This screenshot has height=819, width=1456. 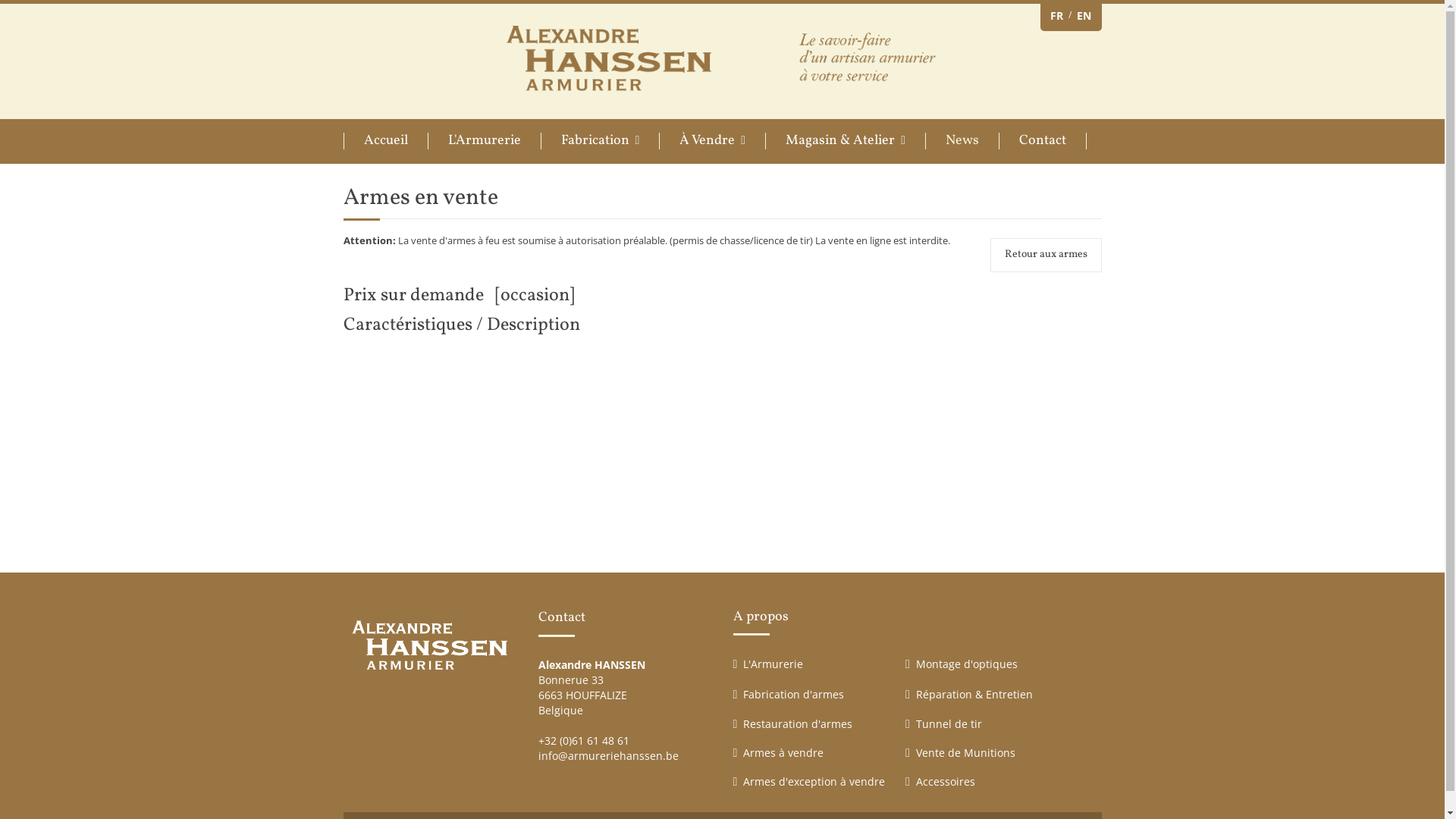 What do you see at coordinates (792, 694) in the screenshot?
I see `'Fabrication d'armes'` at bounding box center [792, 694].